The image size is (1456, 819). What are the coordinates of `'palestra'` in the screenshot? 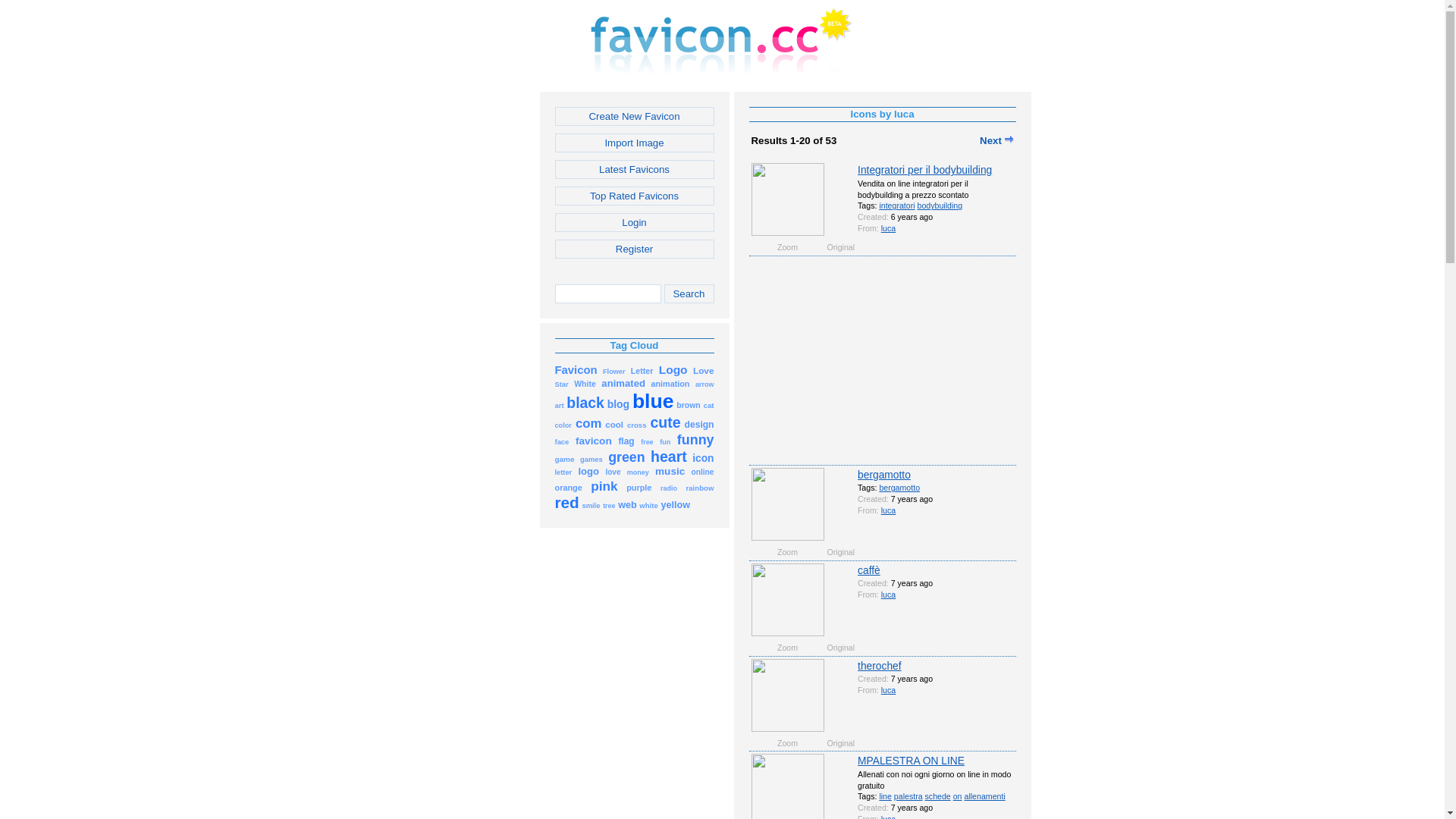 It's located at (908, 795).